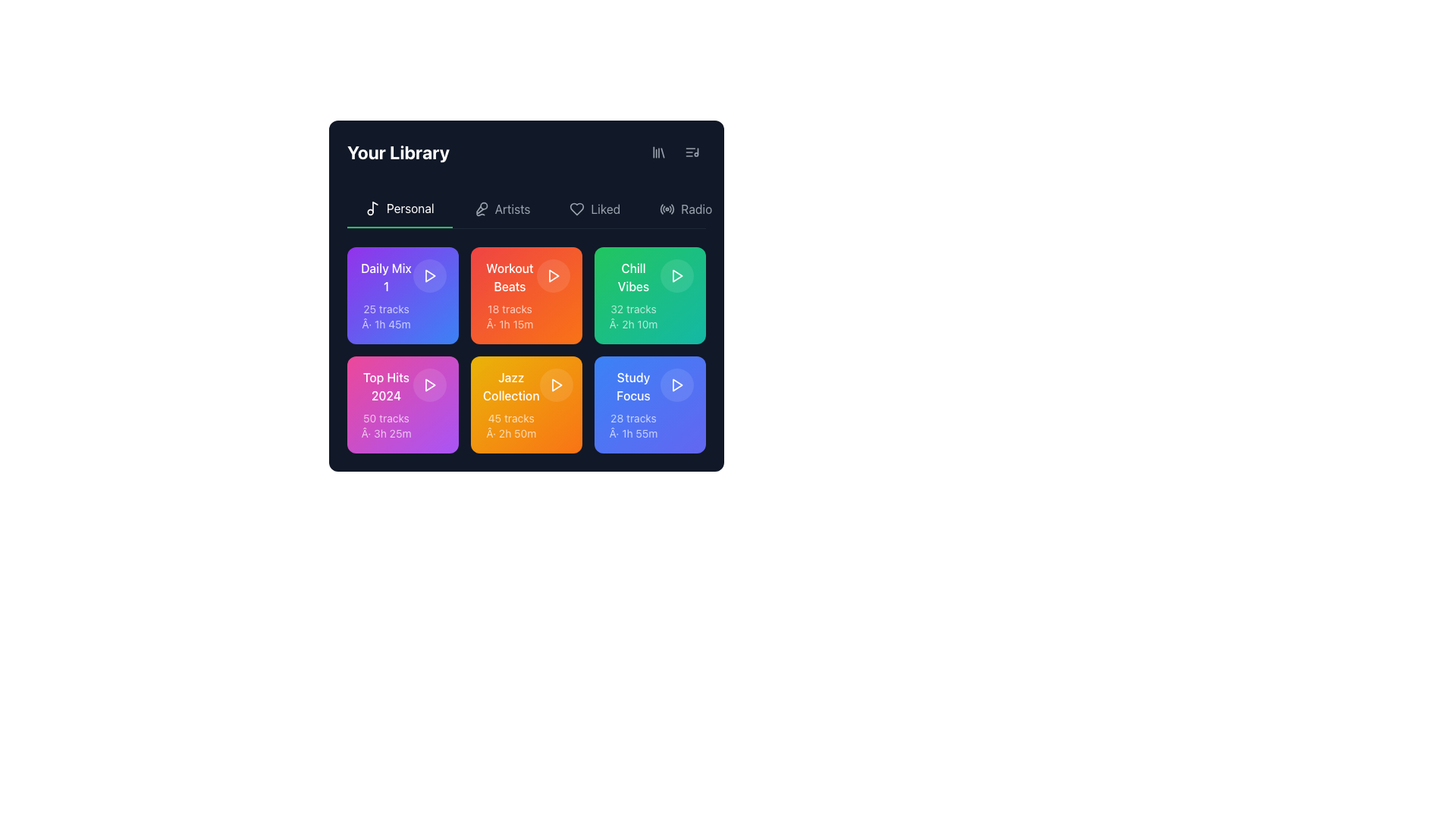 This screenshot has width=1456, height=819. Describe the element at coordinates (676, 384) in the screenshot. I see `the 'Play' button located within the 'Study Focus' card` at that location.